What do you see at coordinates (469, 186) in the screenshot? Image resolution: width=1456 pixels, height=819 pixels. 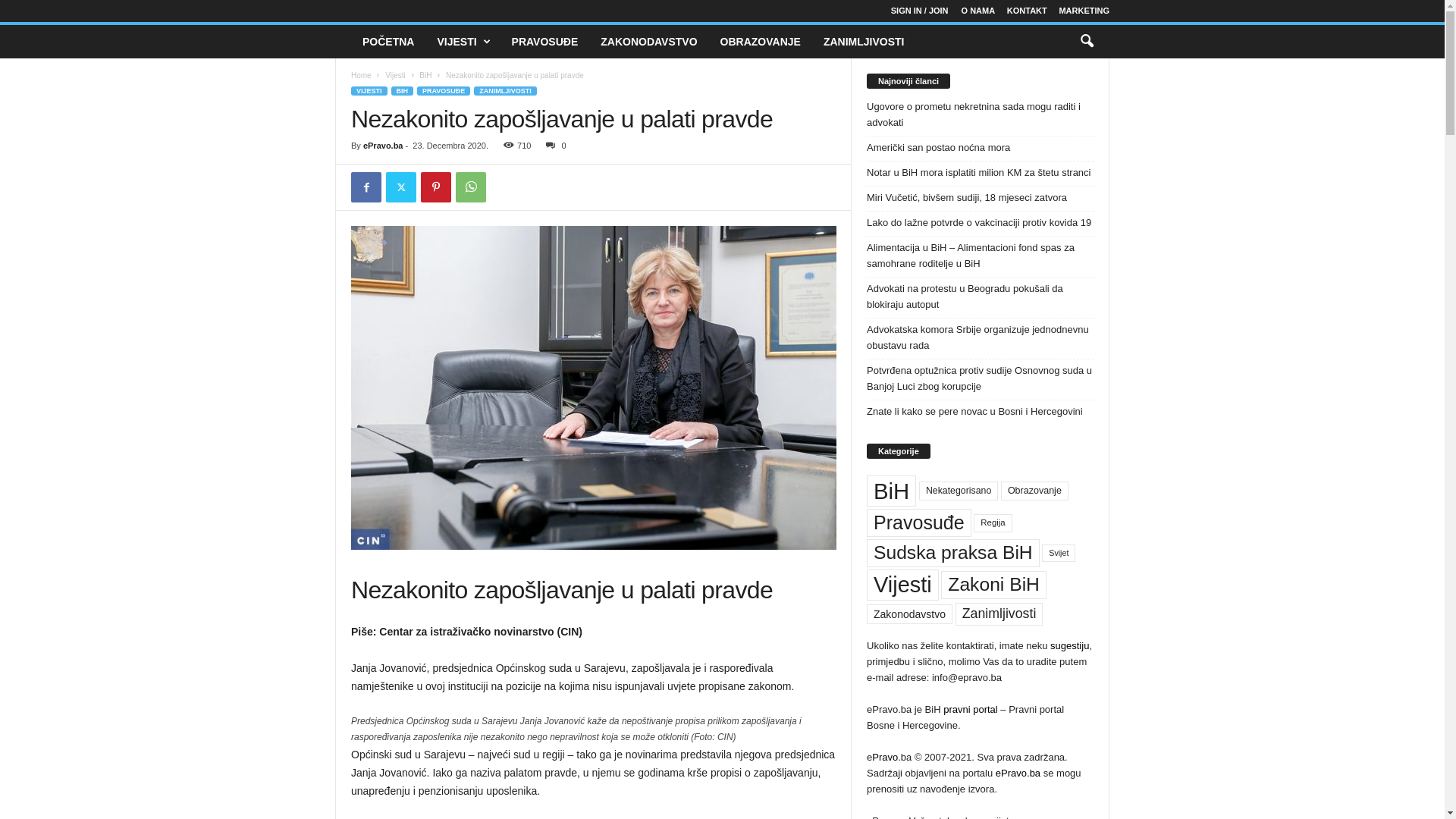 I see `'WhatsApp'` at bounding box center [469, 186].